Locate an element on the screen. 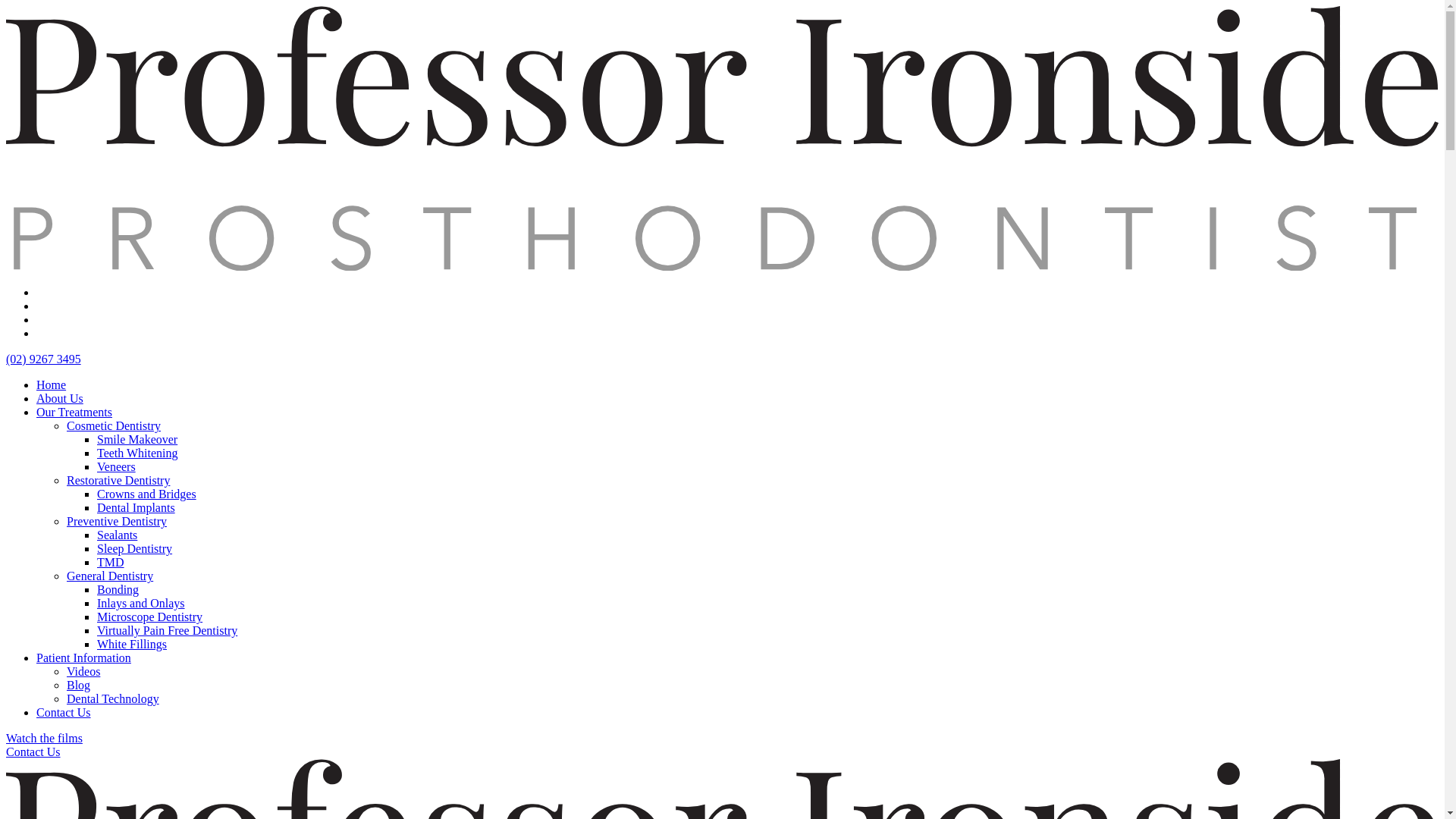  'About Us' is located at coordinates (59, 397).